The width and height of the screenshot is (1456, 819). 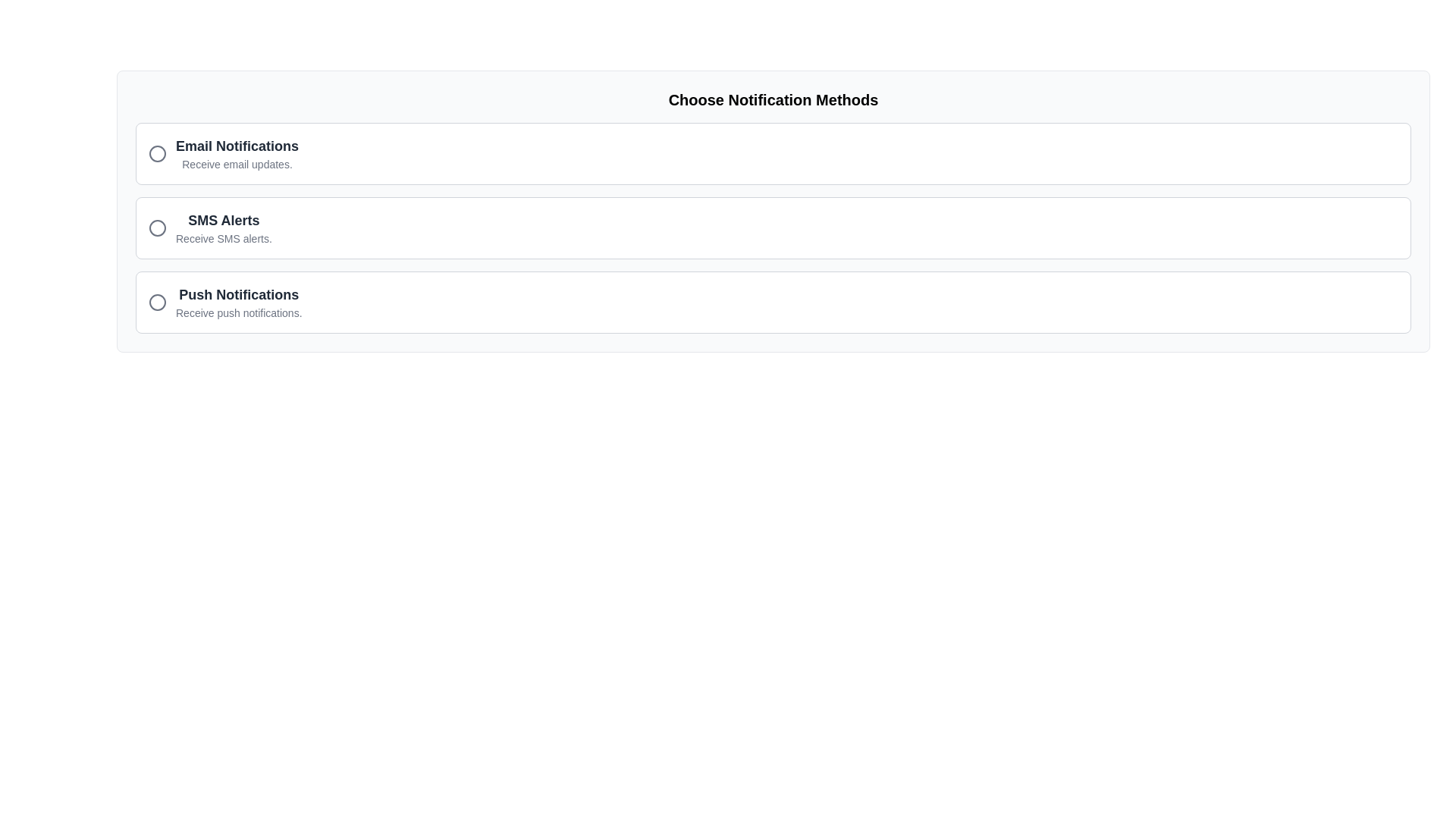 What do you see at coordinates (223, 227) in the screenshot?
I see `text block labeled 'SMS Alerts' which includes a bold heading and a smaller text 'Receive SMS alerts.'` at bounding box center [223, 227].